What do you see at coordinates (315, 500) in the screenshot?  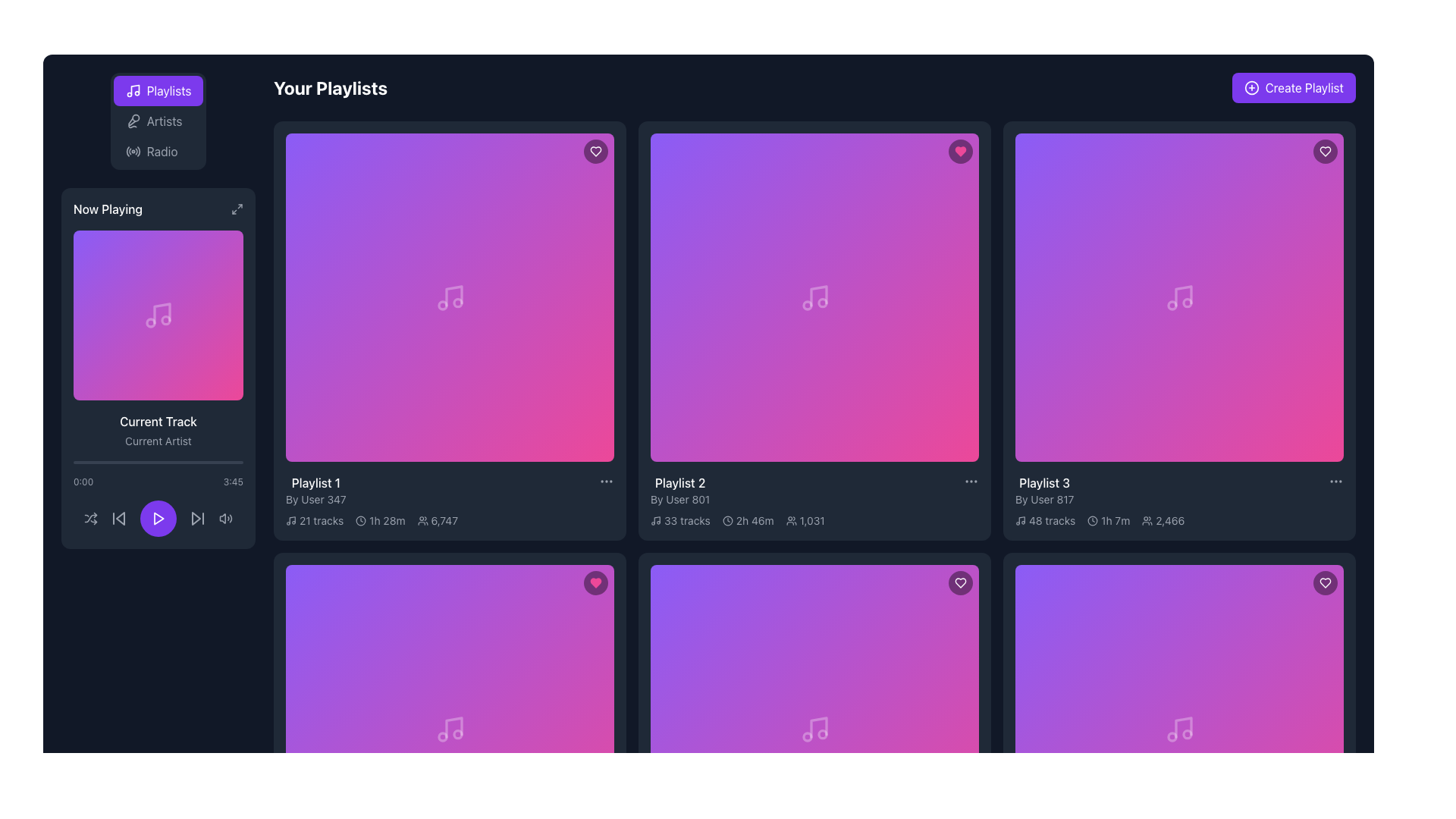 I see `the text label displaying the contributor or creator's name for the playlist, which is positioned below 'Playlist 1' in the left-top grid cell of the playlist list` at bounding box center [315, 500].